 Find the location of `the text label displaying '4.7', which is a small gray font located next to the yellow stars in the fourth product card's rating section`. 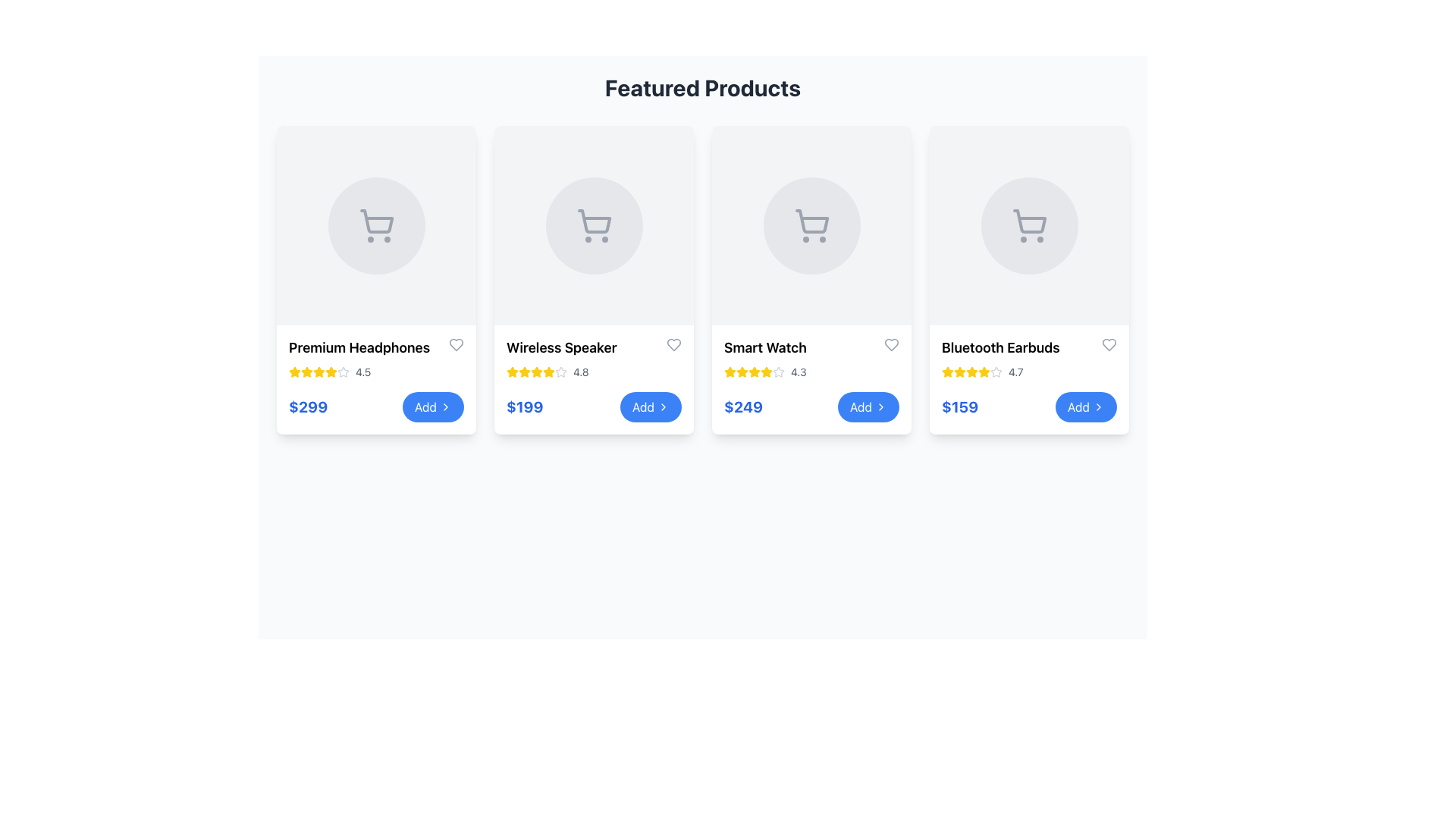

the text label displaying '4.7', which is a small gray font located next to the yellow stars in the fourth product card's rating section is located at coordinates (1015, 372).